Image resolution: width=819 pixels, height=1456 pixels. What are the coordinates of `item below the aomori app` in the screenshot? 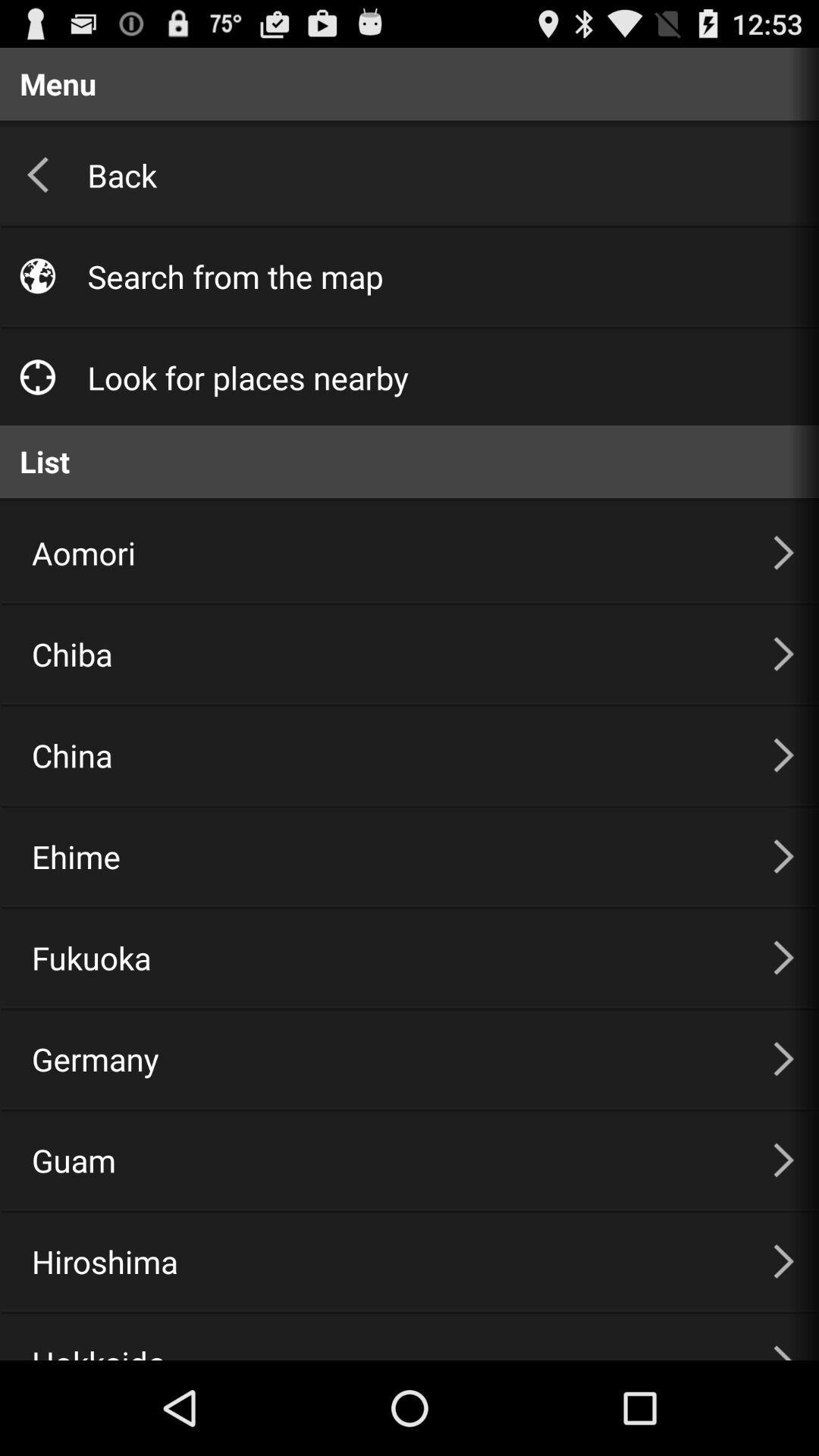 It's located at (383, 654).